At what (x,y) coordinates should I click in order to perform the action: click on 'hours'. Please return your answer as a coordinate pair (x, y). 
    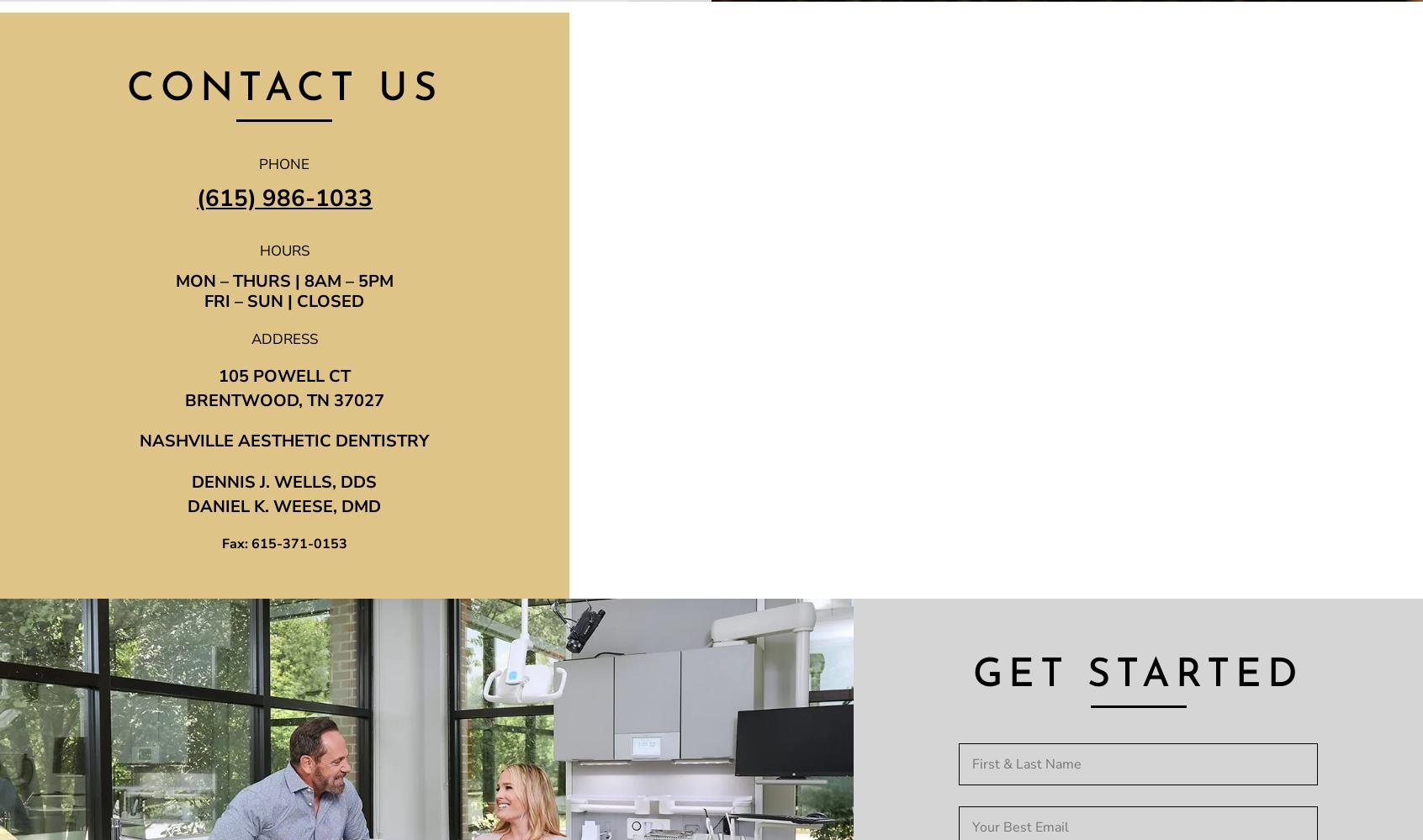
    Looking at the image, I should click on (283, 249).